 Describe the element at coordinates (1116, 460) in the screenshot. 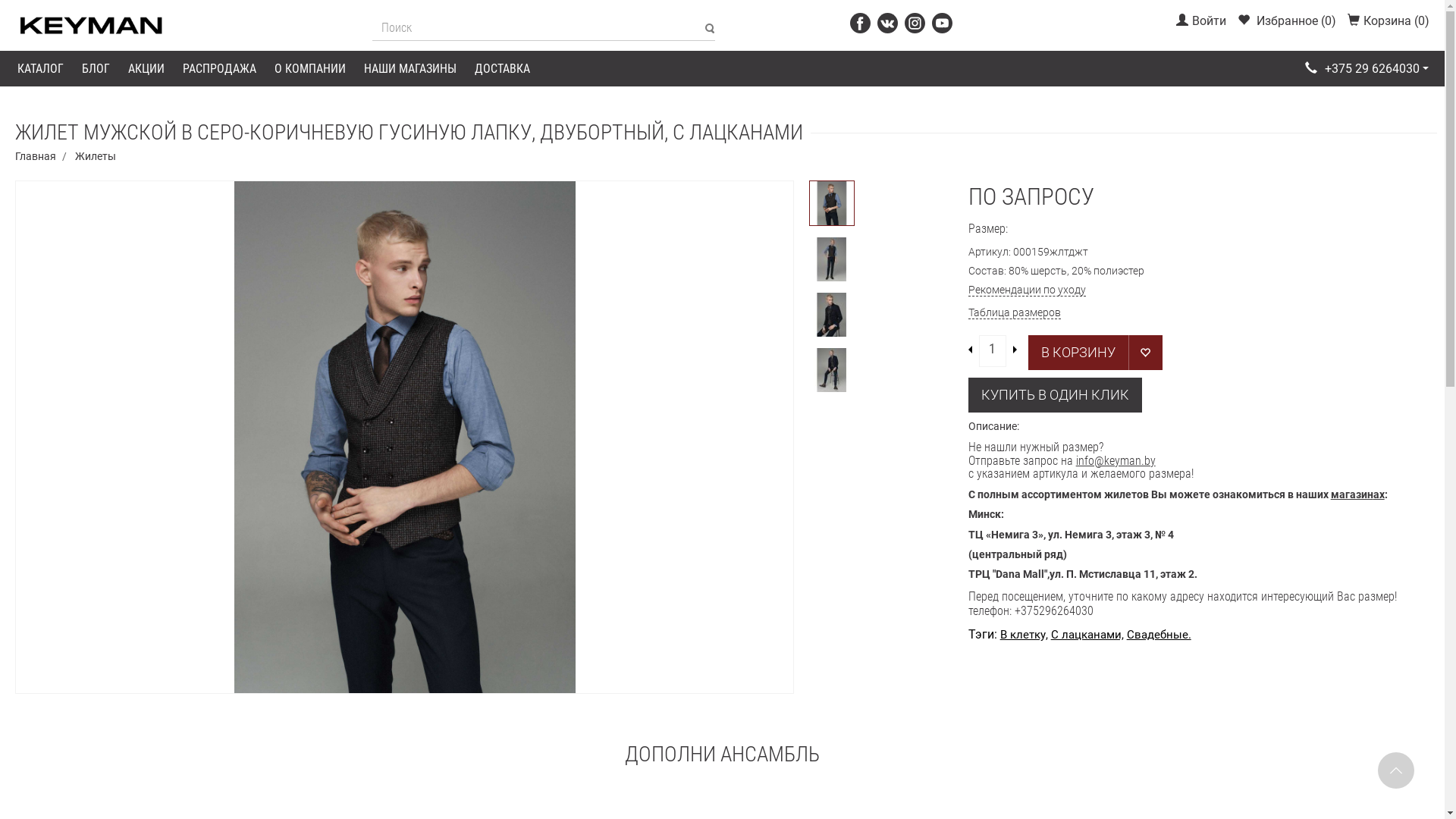

I see `'info@keyman.by'` at that location.